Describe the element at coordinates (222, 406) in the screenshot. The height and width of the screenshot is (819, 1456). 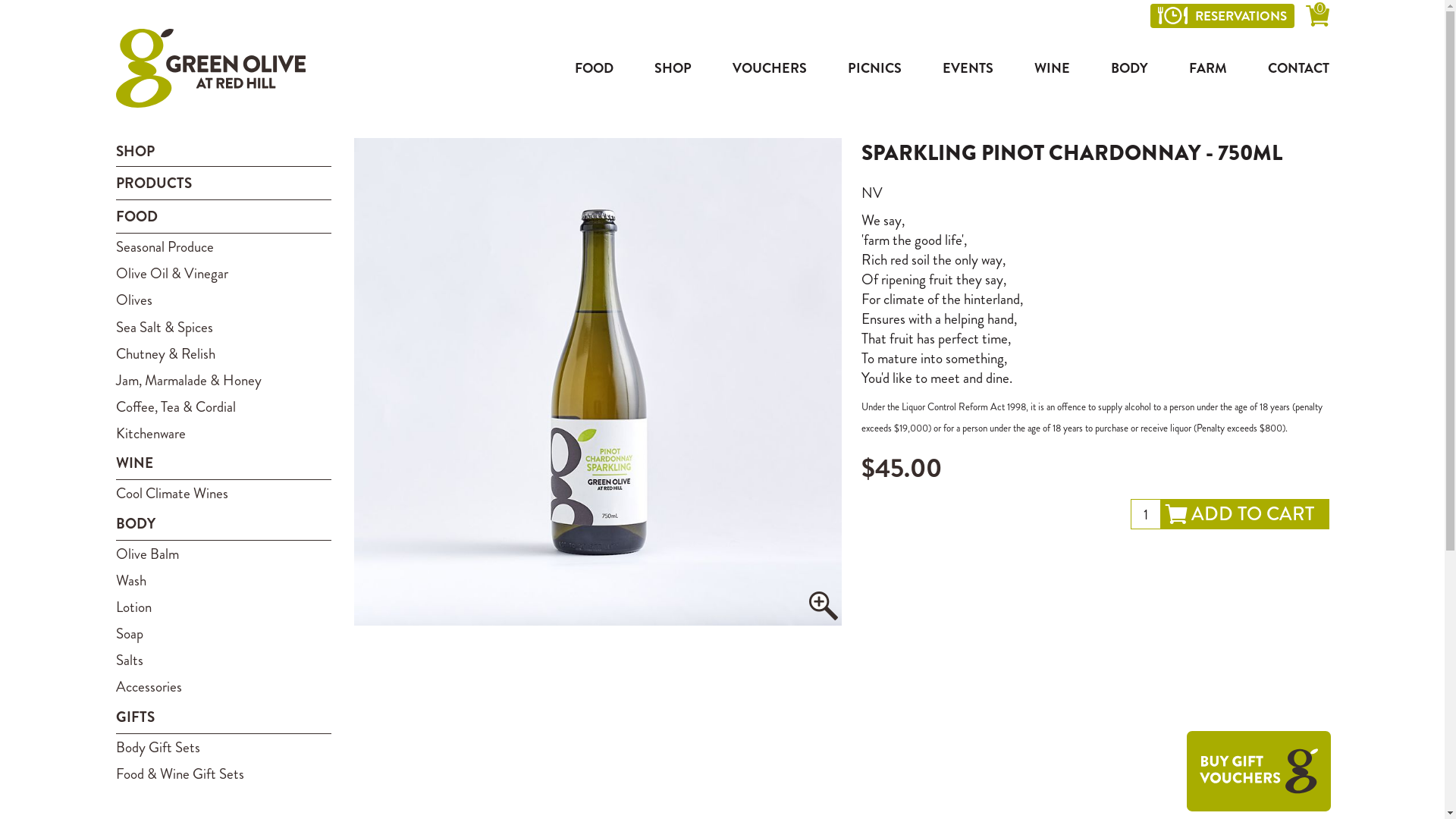
I see `'Coffee, Tea & Cordial'` at that location.